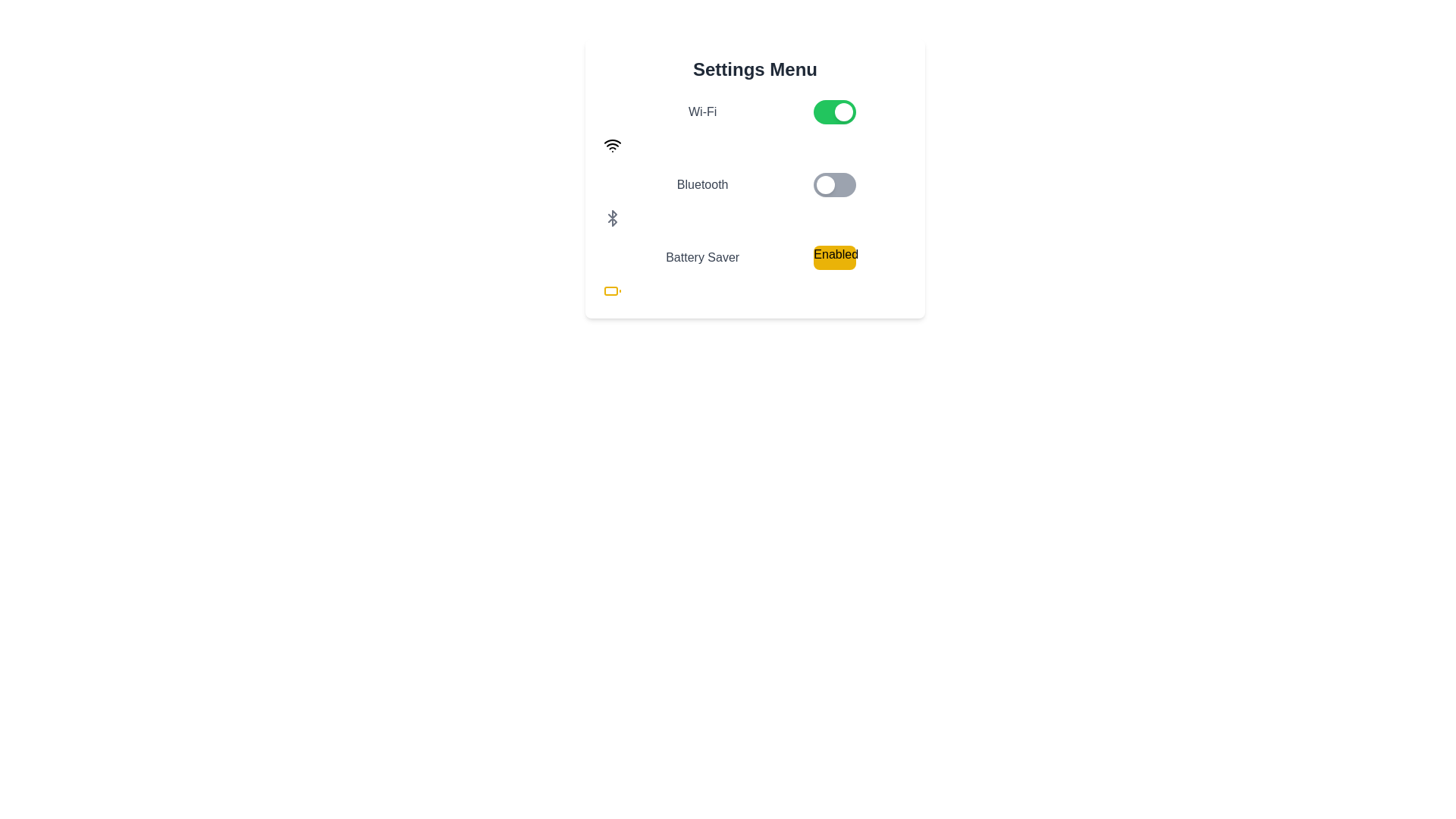  Describe the element at coordinates (755, 127) in the screenshot. I see `the Wi-Fi toggle switch` at that location.